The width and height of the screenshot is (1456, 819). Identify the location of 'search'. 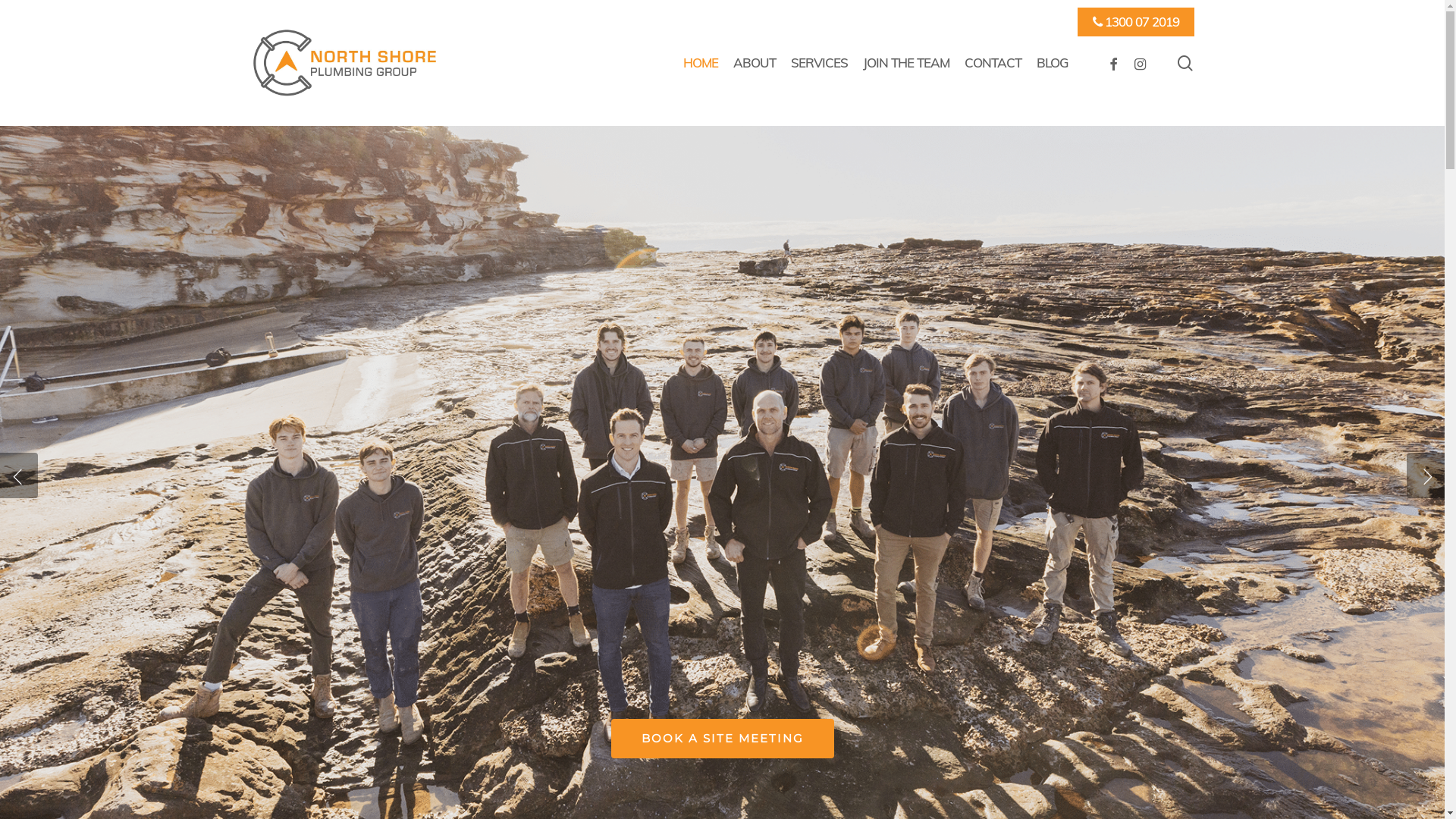
(1185, 61).